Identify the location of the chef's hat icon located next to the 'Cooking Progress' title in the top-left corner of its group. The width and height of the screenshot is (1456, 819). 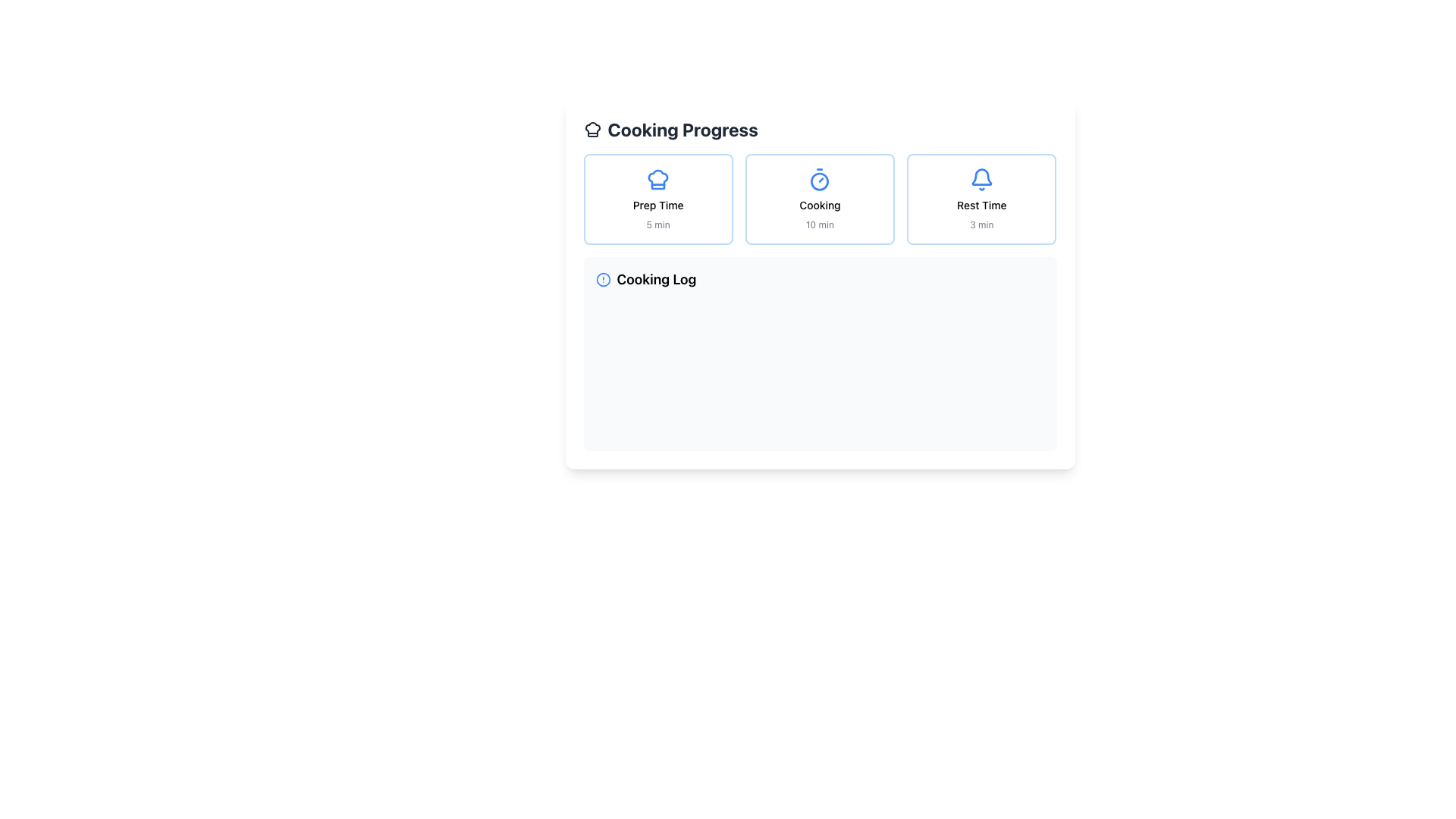
(591, 128).